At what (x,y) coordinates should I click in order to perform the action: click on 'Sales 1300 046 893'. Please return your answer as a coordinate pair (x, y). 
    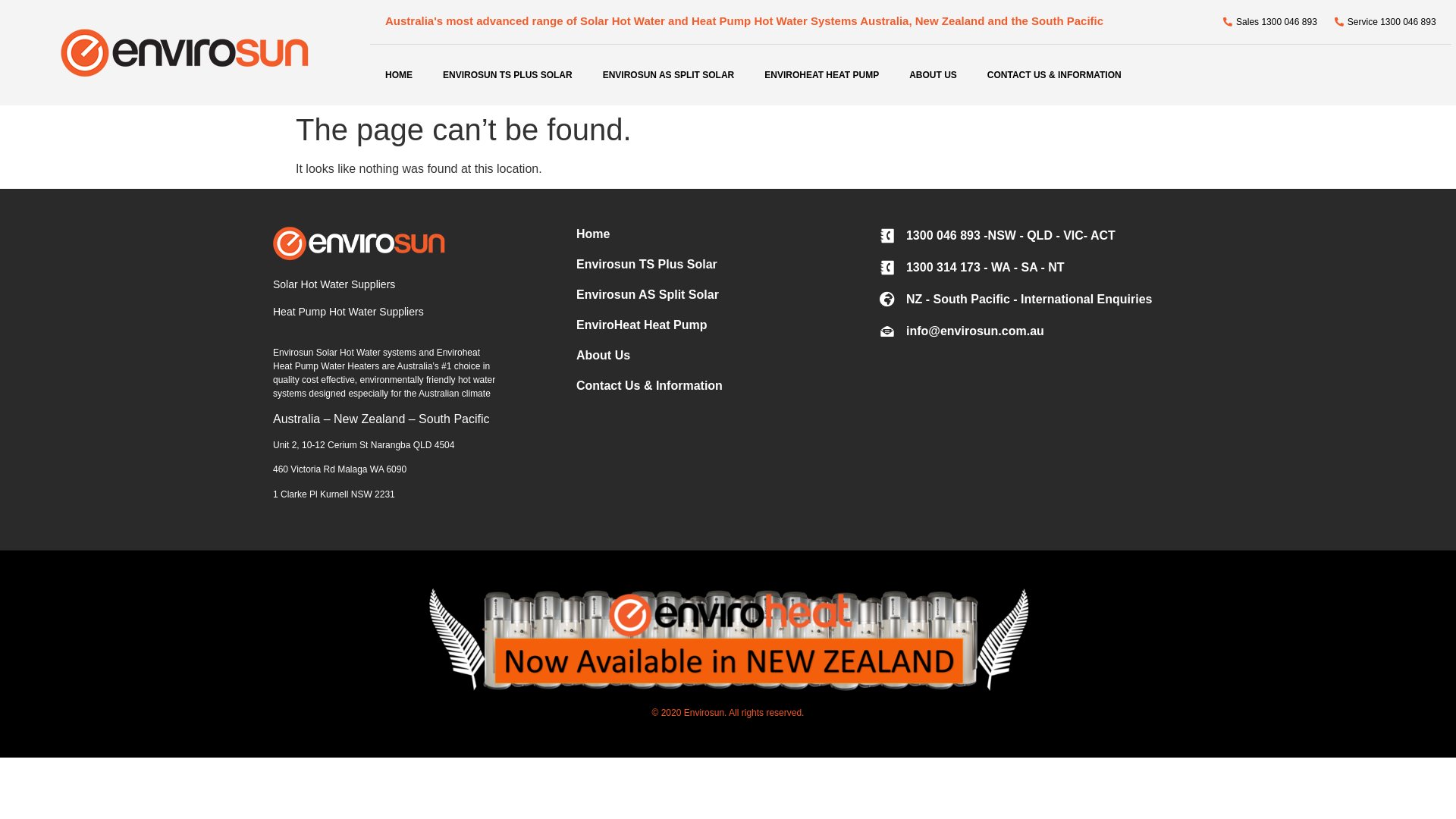
    Looking at the image, I should click on (1269, 22).